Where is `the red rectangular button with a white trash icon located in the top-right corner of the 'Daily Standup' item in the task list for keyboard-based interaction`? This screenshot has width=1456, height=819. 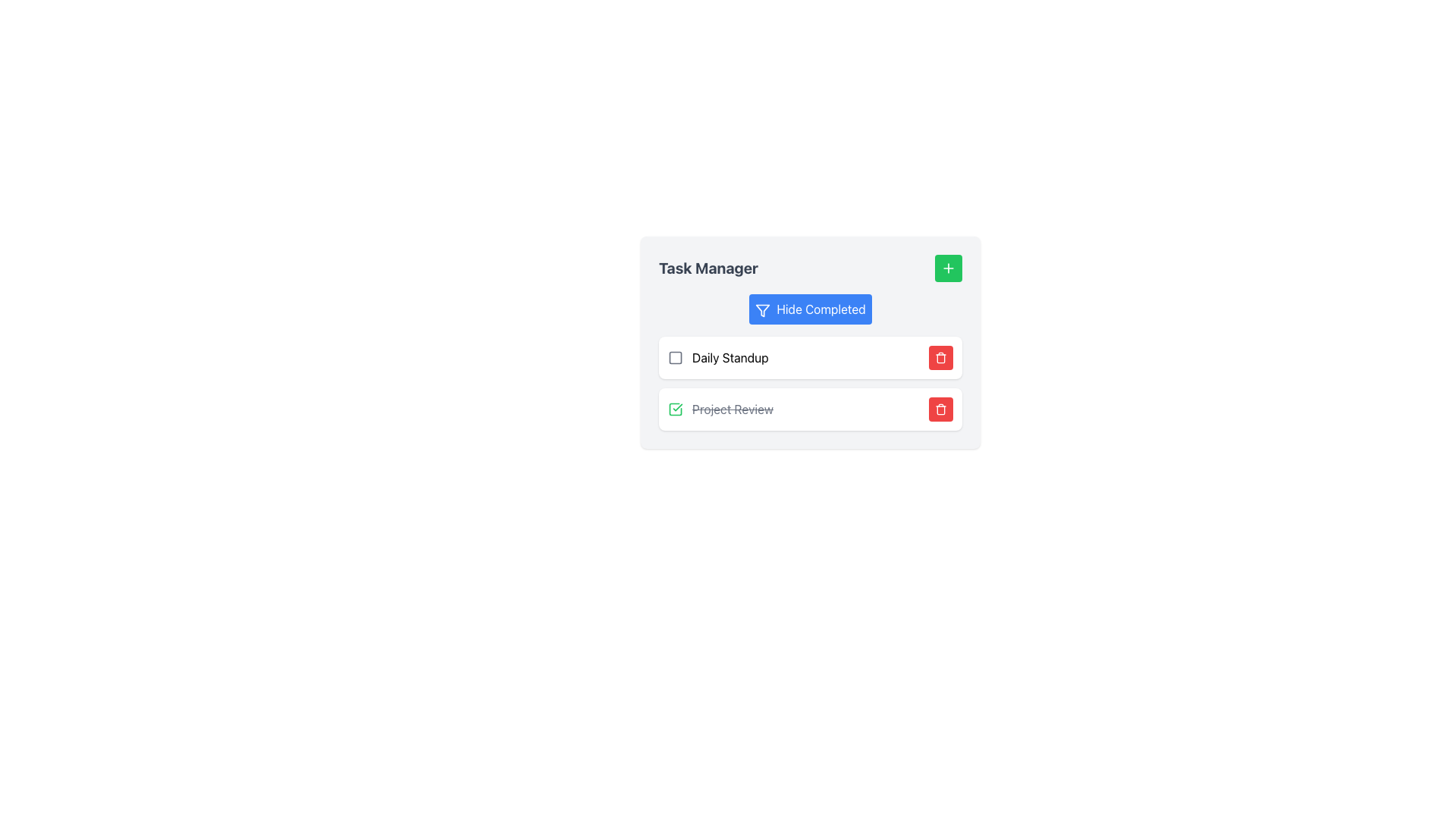
the red rectangular button with a white trash icon located in the top-right corner of the 'Daily Standup' item in the task list for keyboard-based interaction is located at coordinates (940, 357).